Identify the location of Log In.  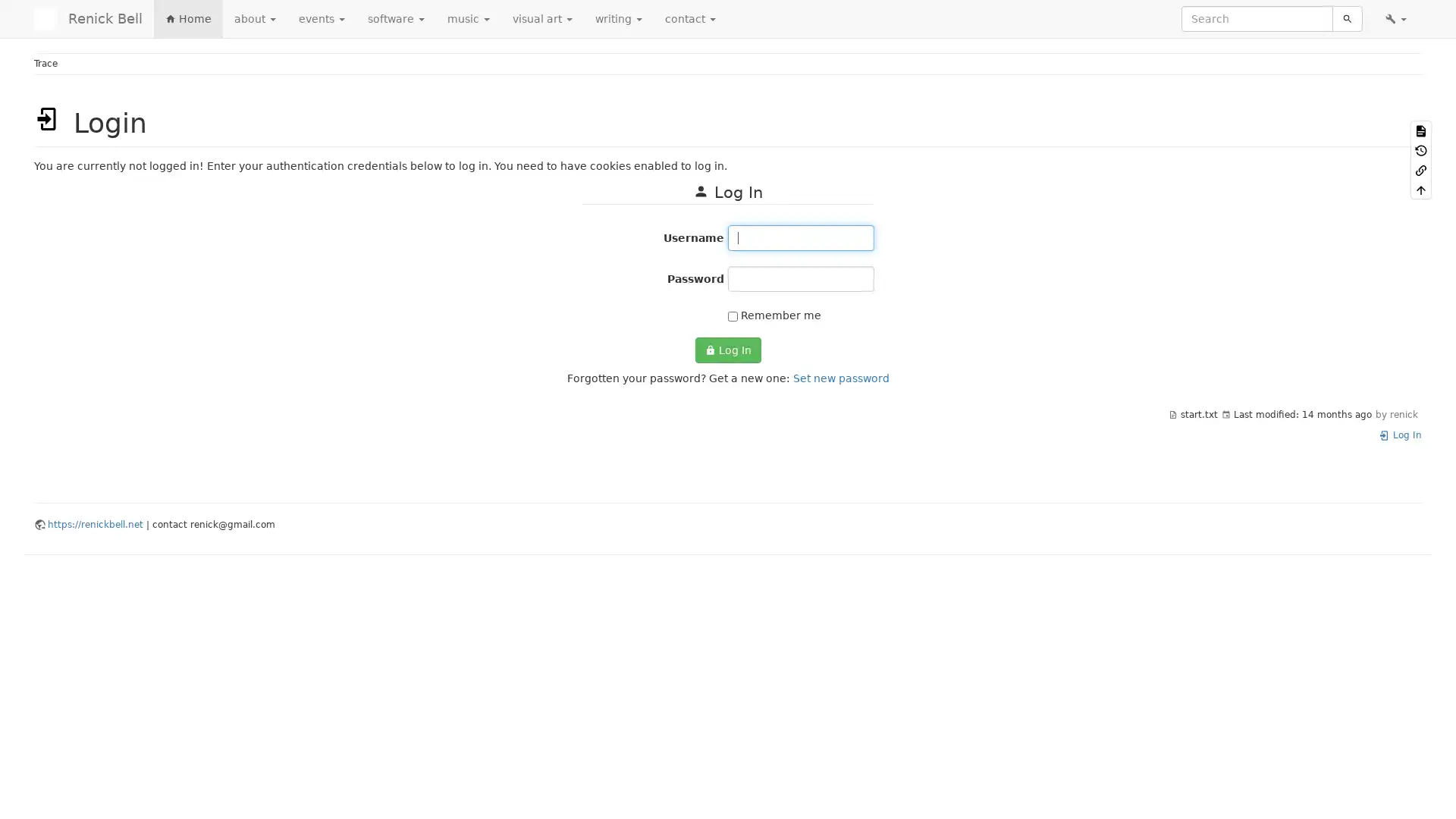
(726, 350).